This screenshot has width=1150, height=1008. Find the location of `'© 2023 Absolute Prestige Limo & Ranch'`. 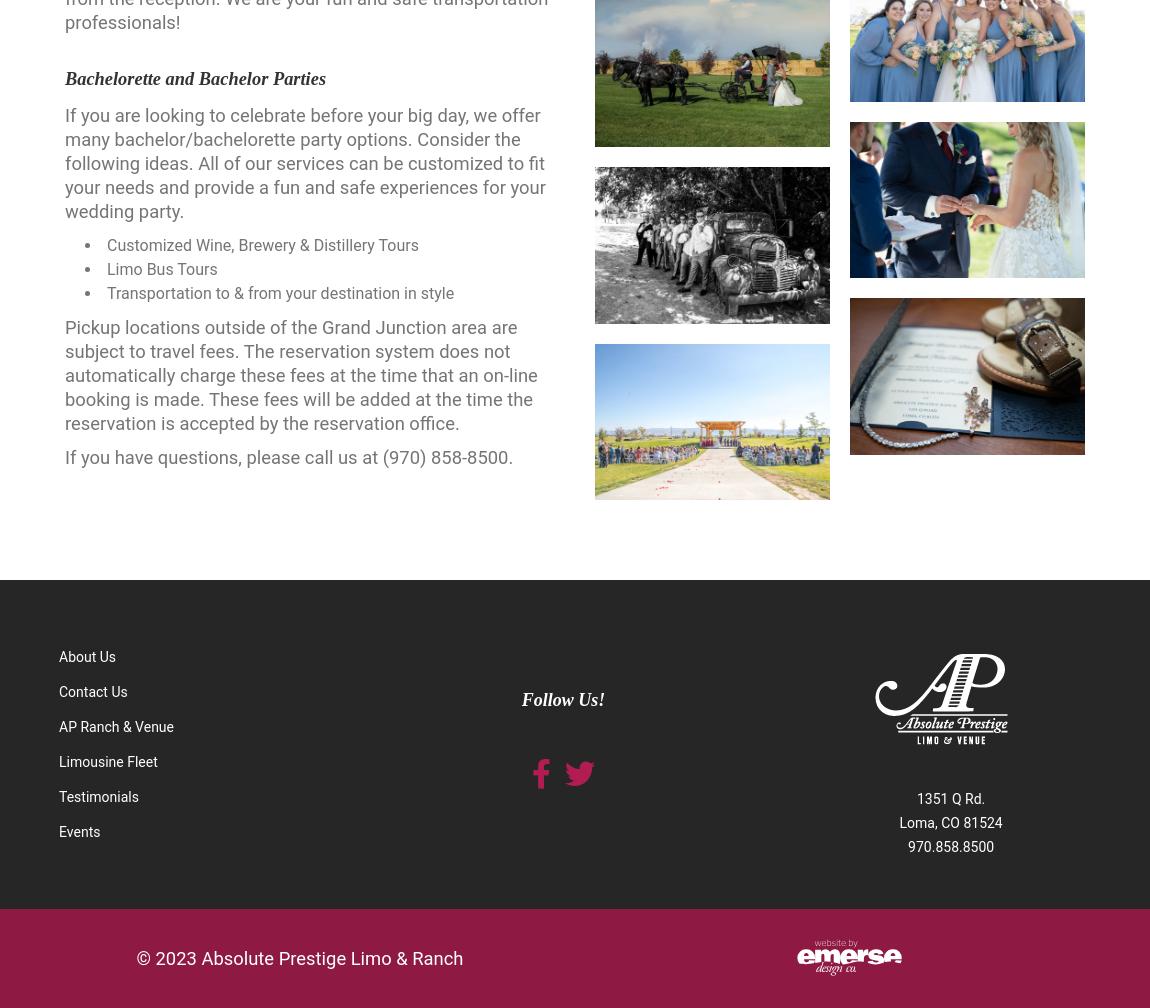

'© 2023 Absolute Prestige Limo & Ranch' is located at coordinates (299, 958).